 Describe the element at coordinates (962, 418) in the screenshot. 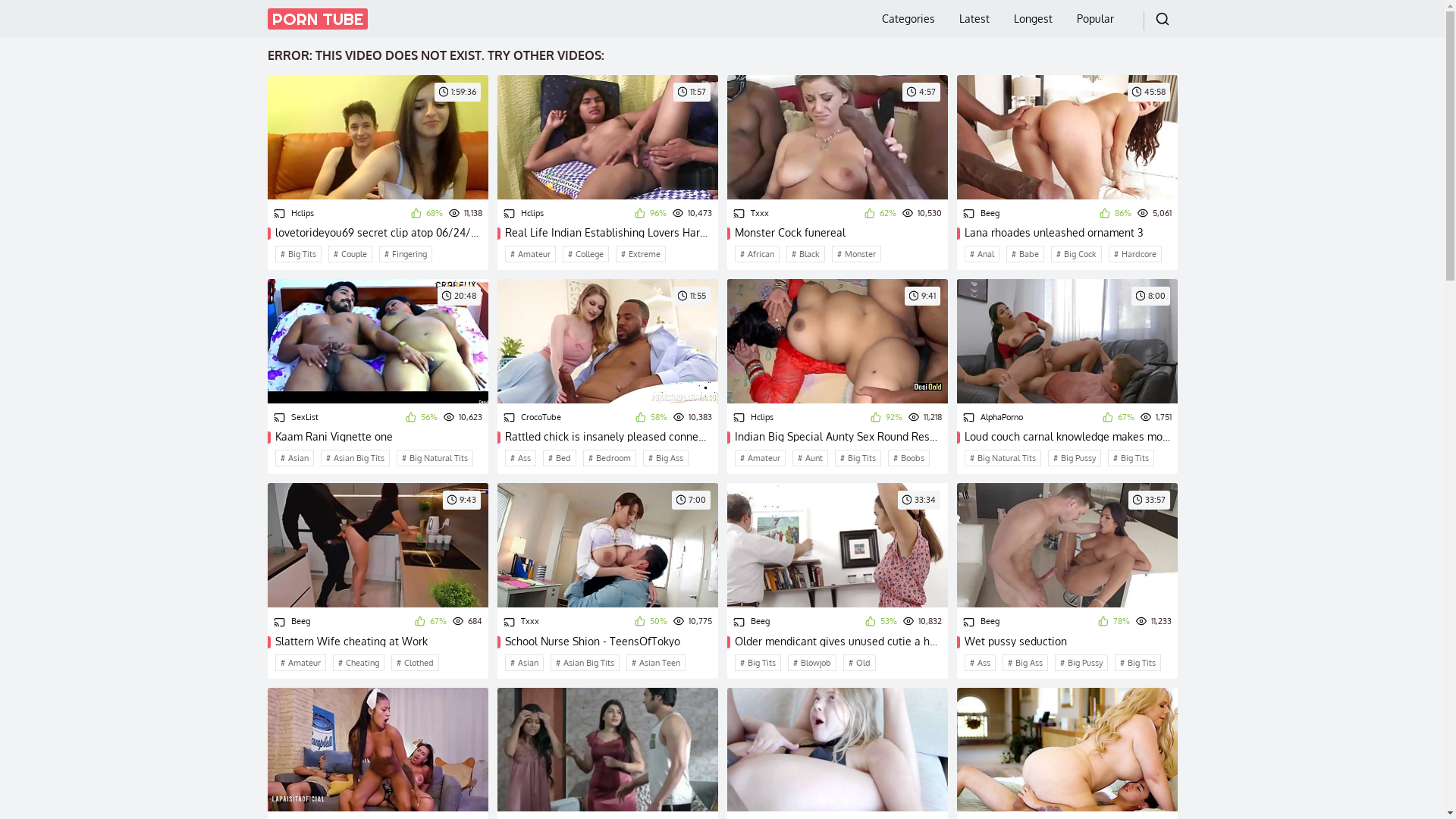

I see `'AlphaPorno'` at that location.